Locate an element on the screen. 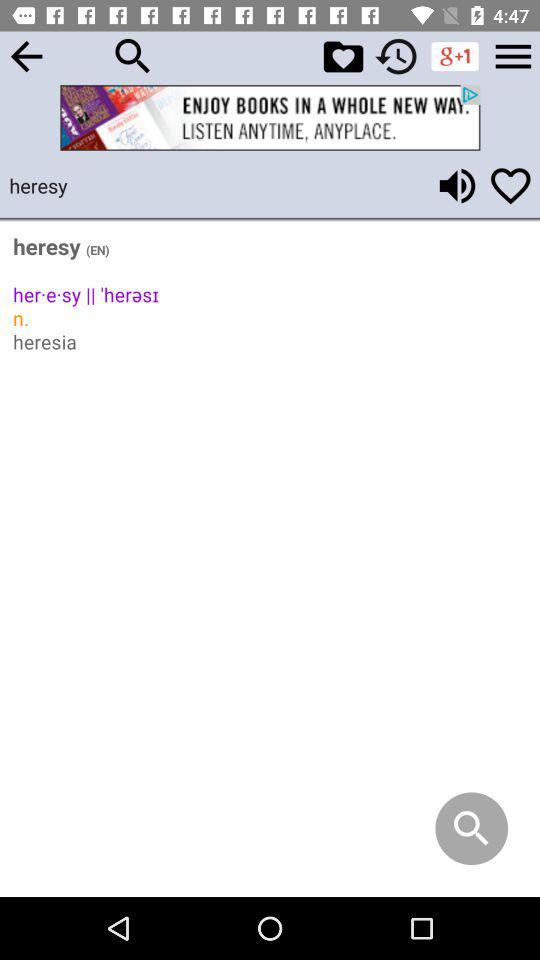 The width and height of the screenshot is (540, 960). the word is located at coordinates (510, 185).